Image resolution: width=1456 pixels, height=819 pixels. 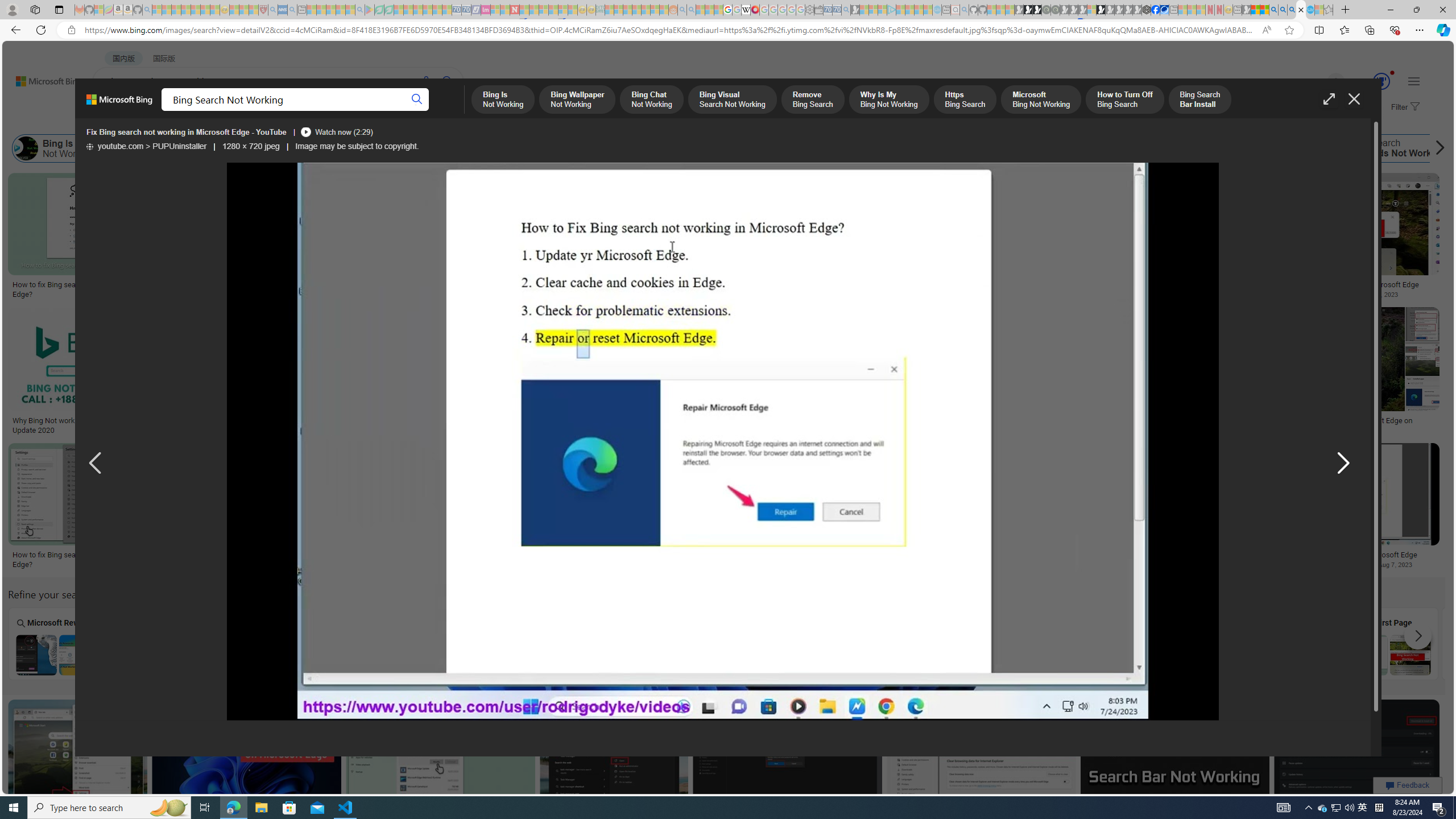 I want to click on 'google - Search - Sleeping', so click(x=359, y=9).